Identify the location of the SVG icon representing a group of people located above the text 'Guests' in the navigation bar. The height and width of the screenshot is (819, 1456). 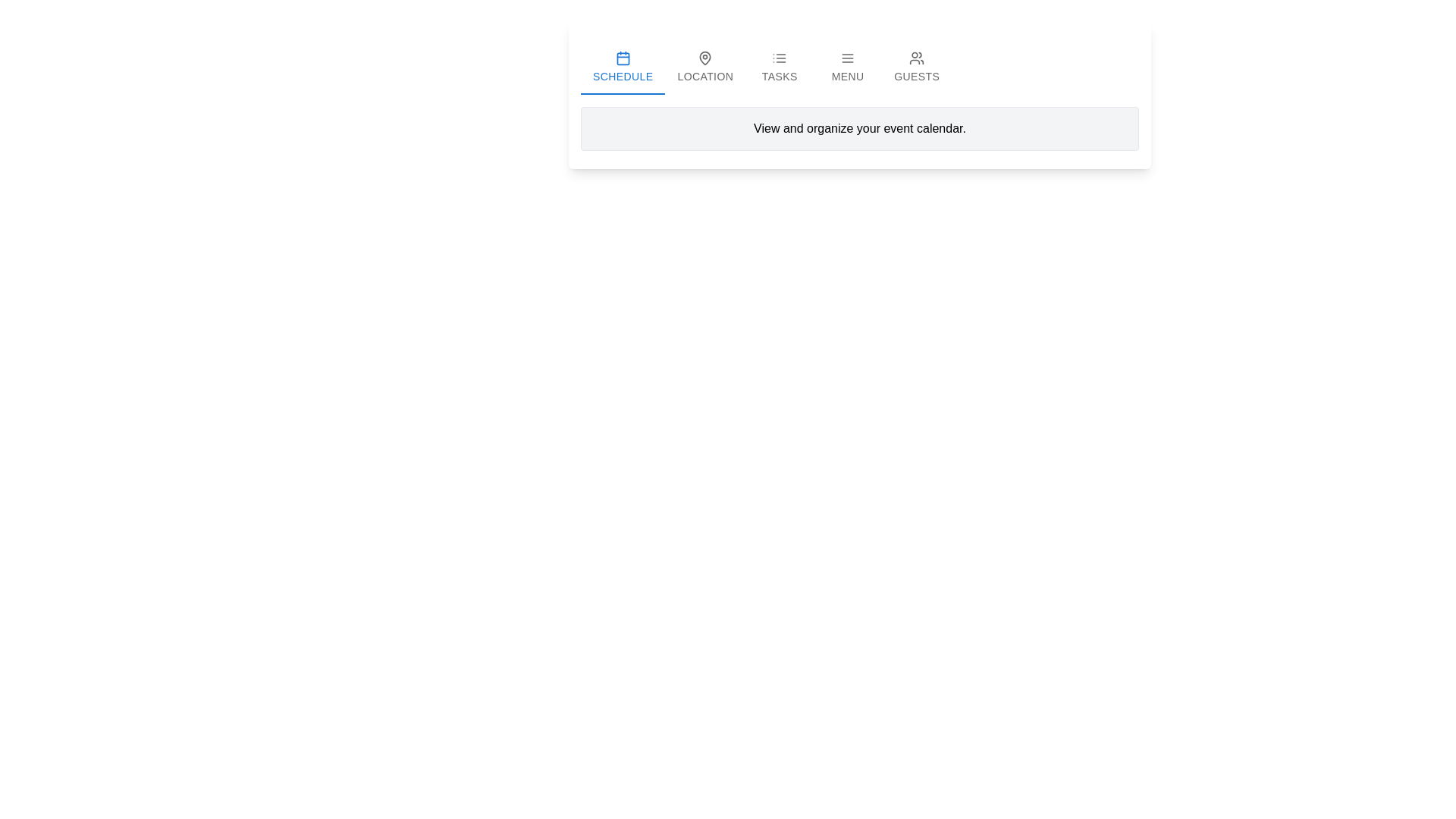
(916, 58).